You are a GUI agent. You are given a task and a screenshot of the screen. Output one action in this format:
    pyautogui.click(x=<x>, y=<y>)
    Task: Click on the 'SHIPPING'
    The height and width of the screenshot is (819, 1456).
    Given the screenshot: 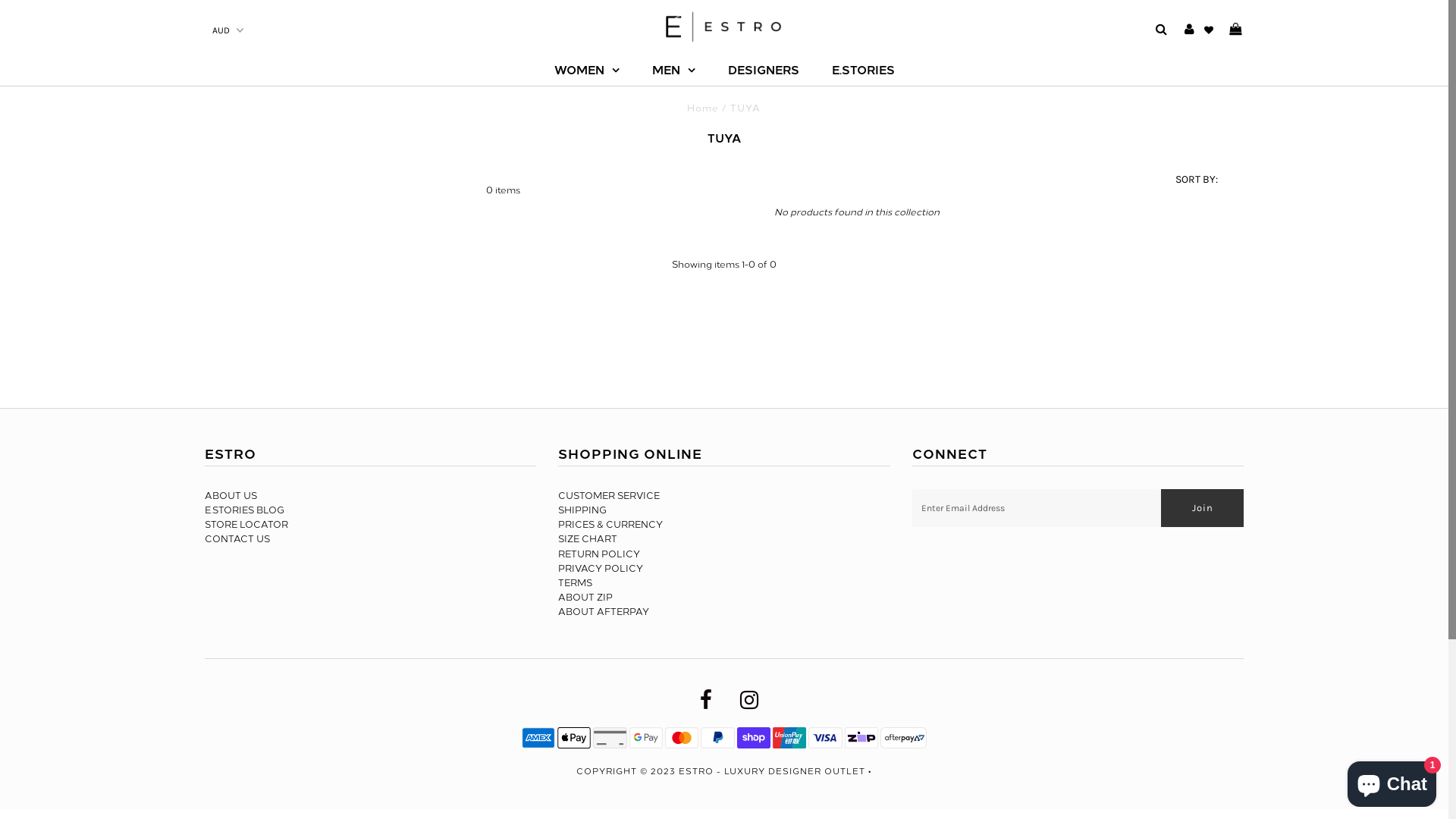 What is the action you would take?
    pyautogui.click(x=582, y=510)
    